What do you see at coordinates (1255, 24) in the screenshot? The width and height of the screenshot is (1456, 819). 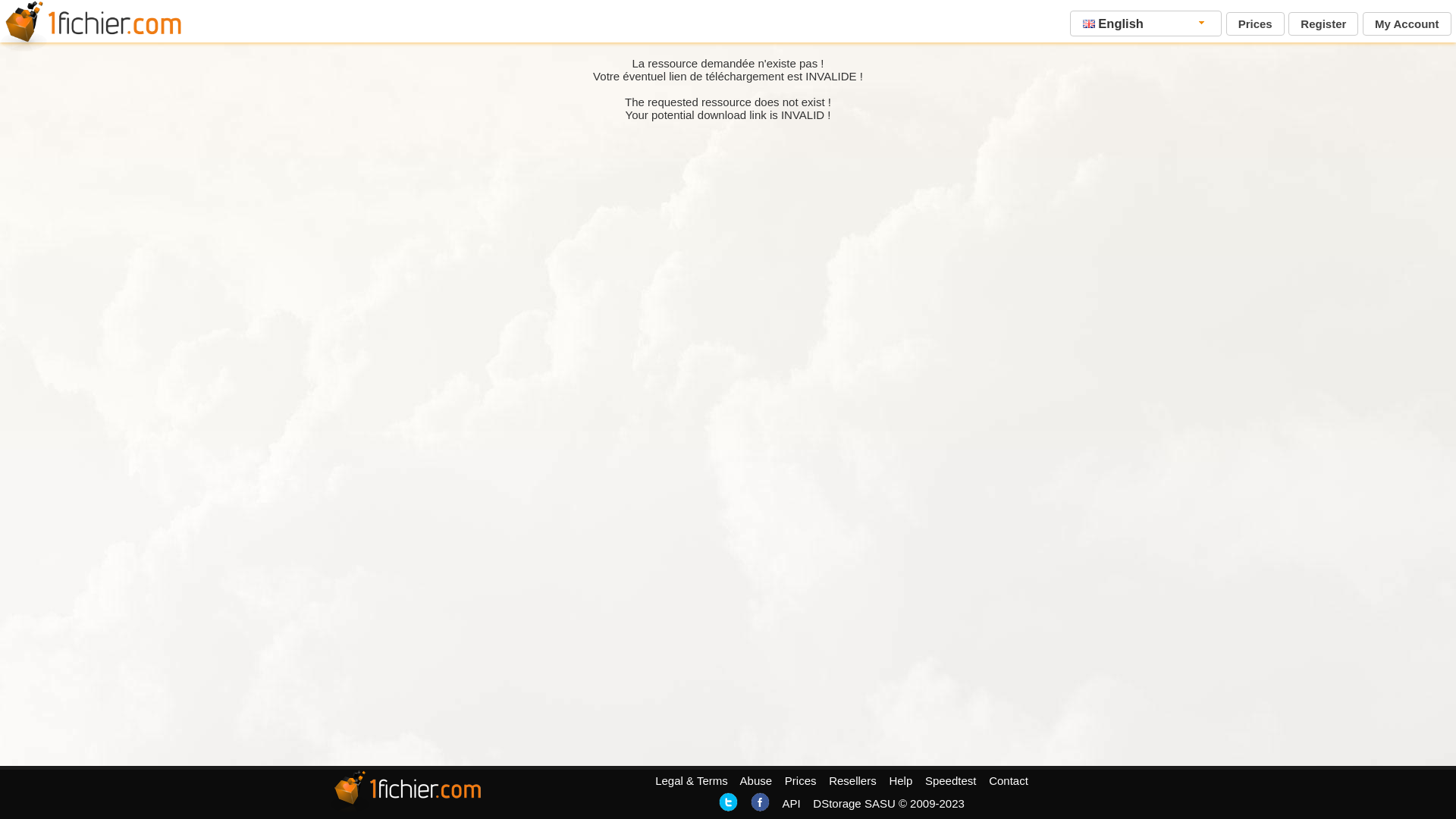 I see `'Prices'` at bounding box center [1255, 24].